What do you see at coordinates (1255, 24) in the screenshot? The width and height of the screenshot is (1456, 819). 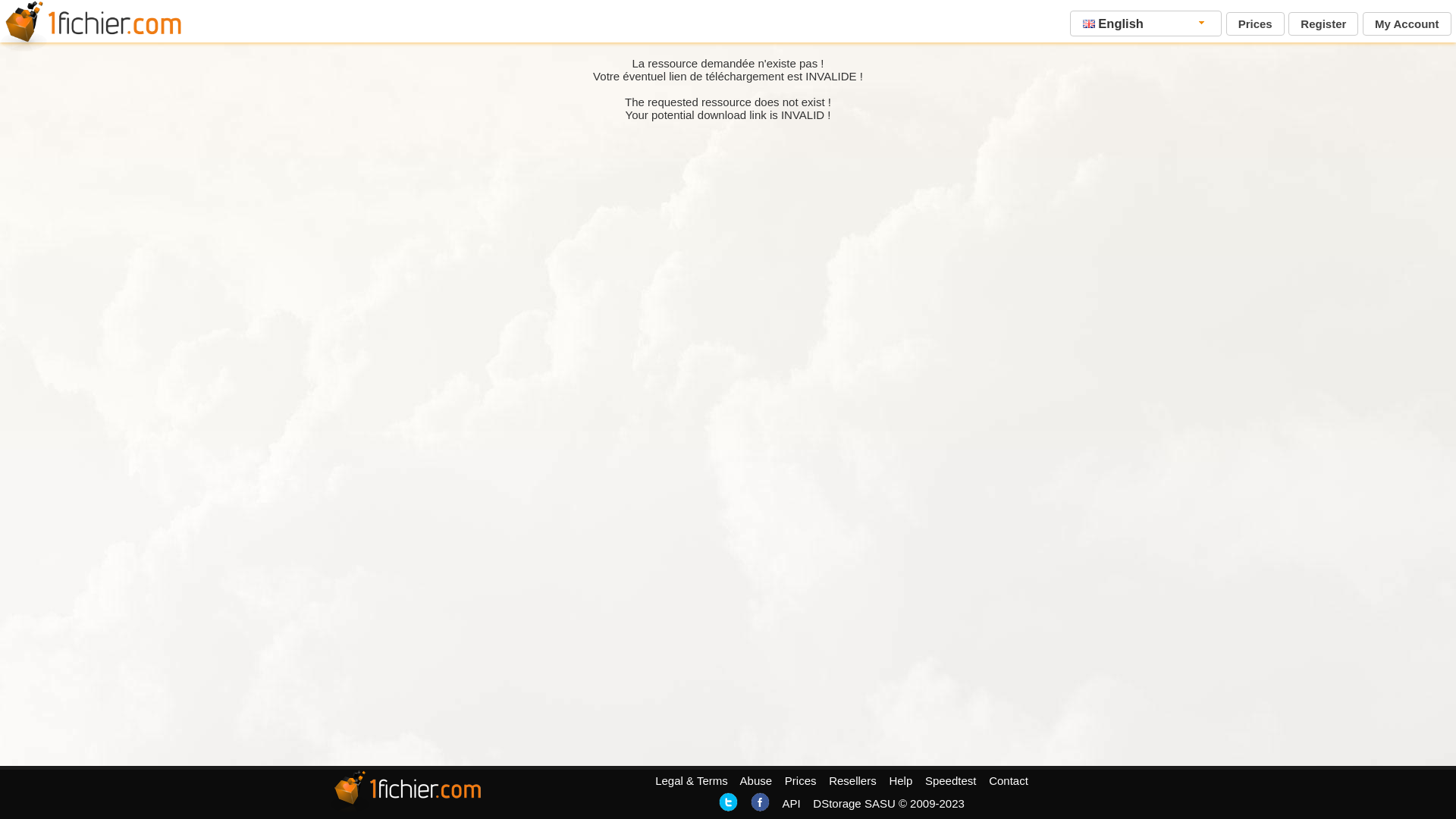 I see `'Prices'` at bounding box center [1255, 24].